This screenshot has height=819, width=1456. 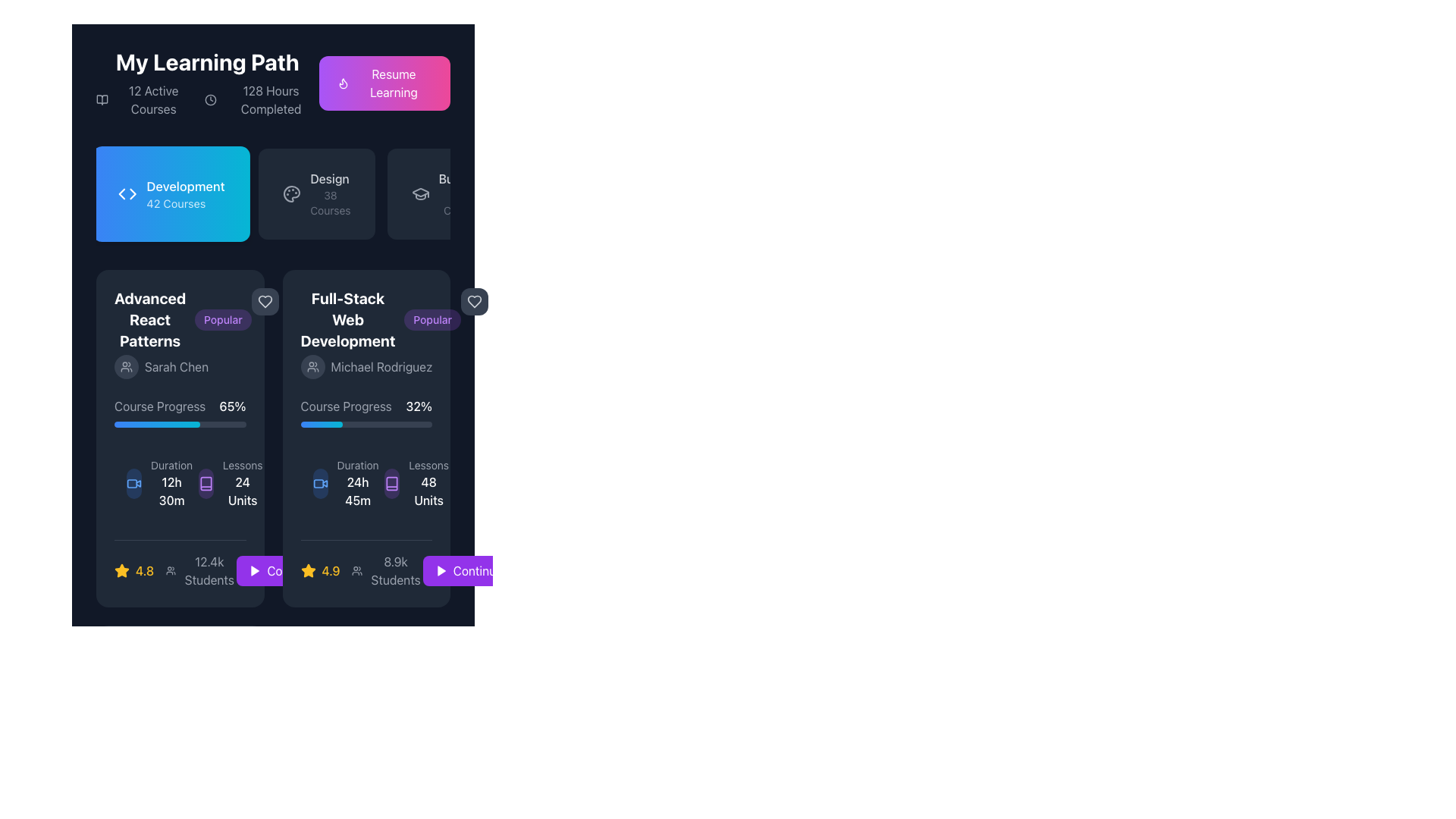 What do you see at coordinates (215, 483) in the screenshot?
I see `information displayed in the Information display component that shows '24 Units' about the lessons included in the course` at bounding box center [215, 483].